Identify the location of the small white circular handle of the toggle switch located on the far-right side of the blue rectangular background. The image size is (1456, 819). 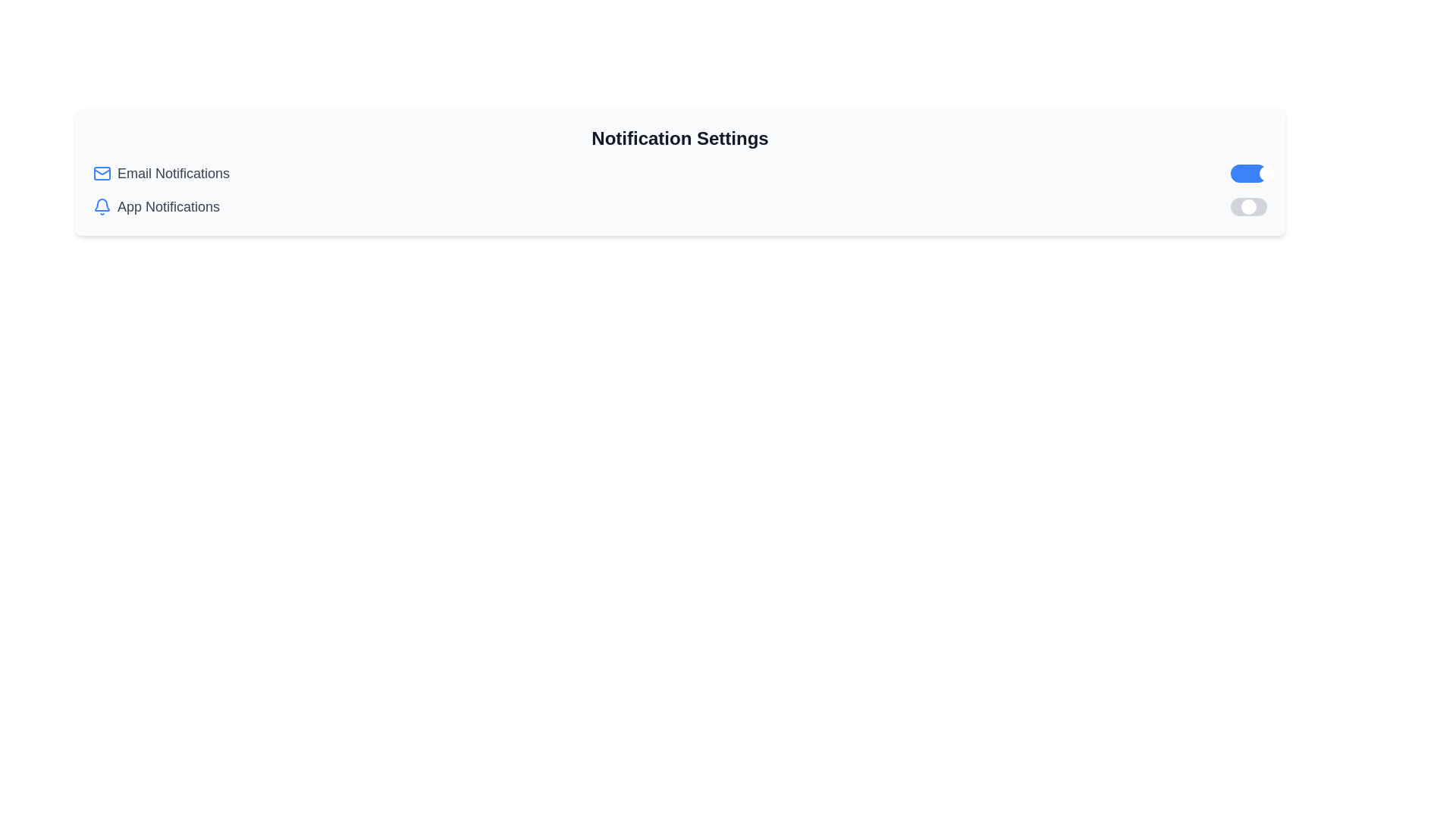
(1266, 172).